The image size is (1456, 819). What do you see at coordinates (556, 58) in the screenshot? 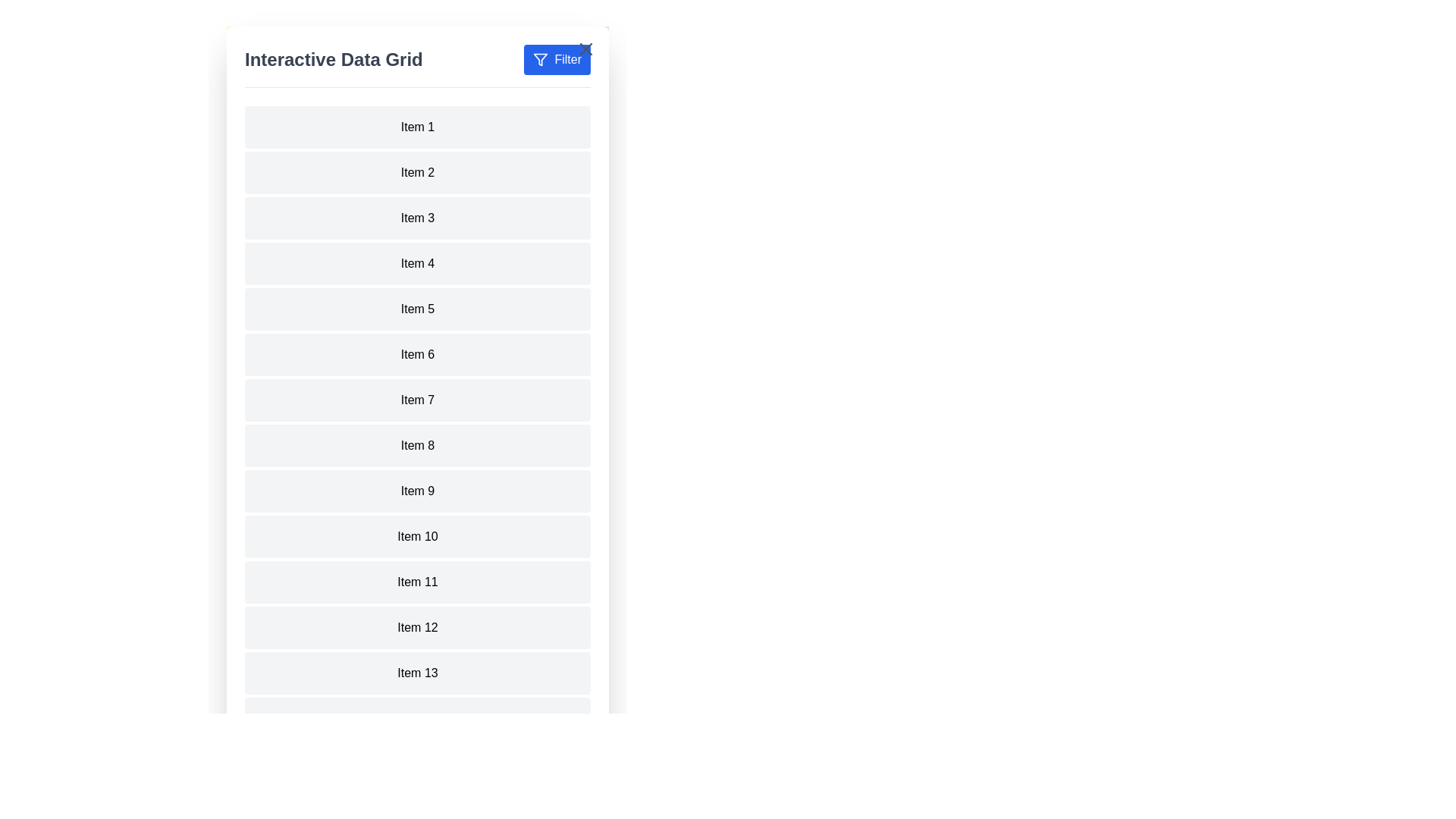
I see `the filter button to open the filter options` at bounding box center [556, 58].